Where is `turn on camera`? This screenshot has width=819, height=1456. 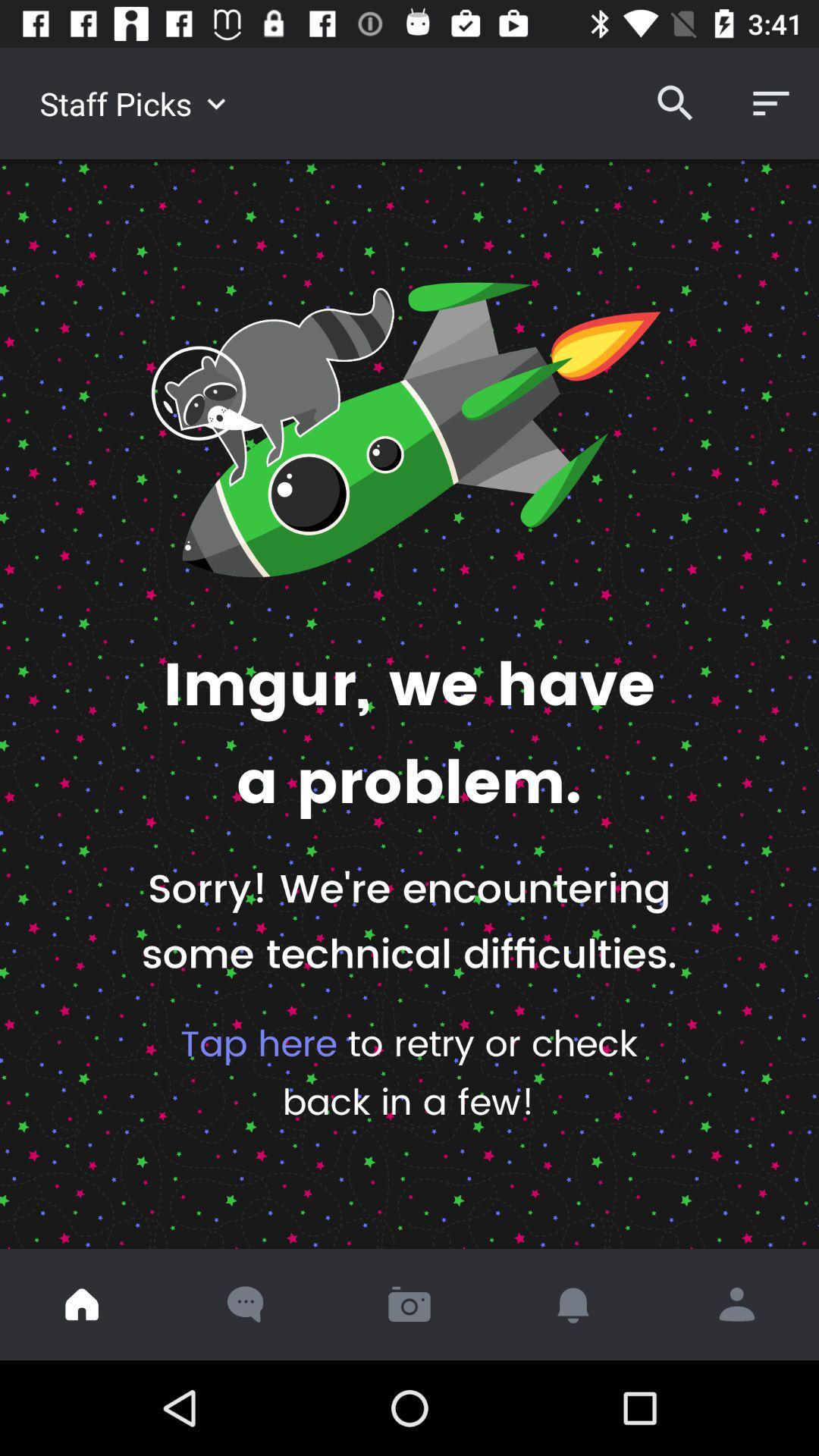 turn on camera is located at coordinates (409, 1304).